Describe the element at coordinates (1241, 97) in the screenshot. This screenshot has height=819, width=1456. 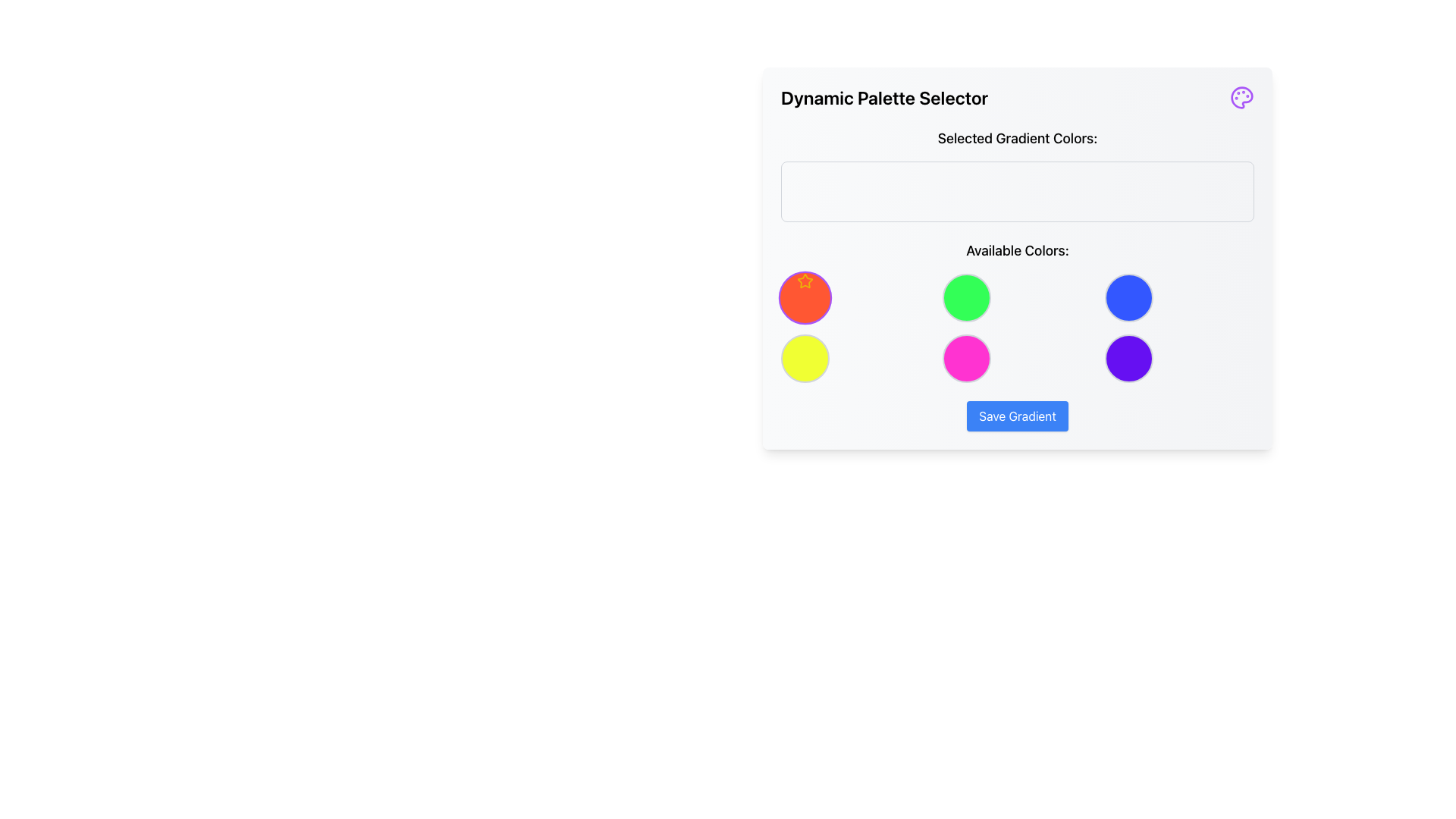
I see `the main body of the artist's palette icon, which is part of the colored palette in the 'Dynamic Palette Selector' section` at that location.